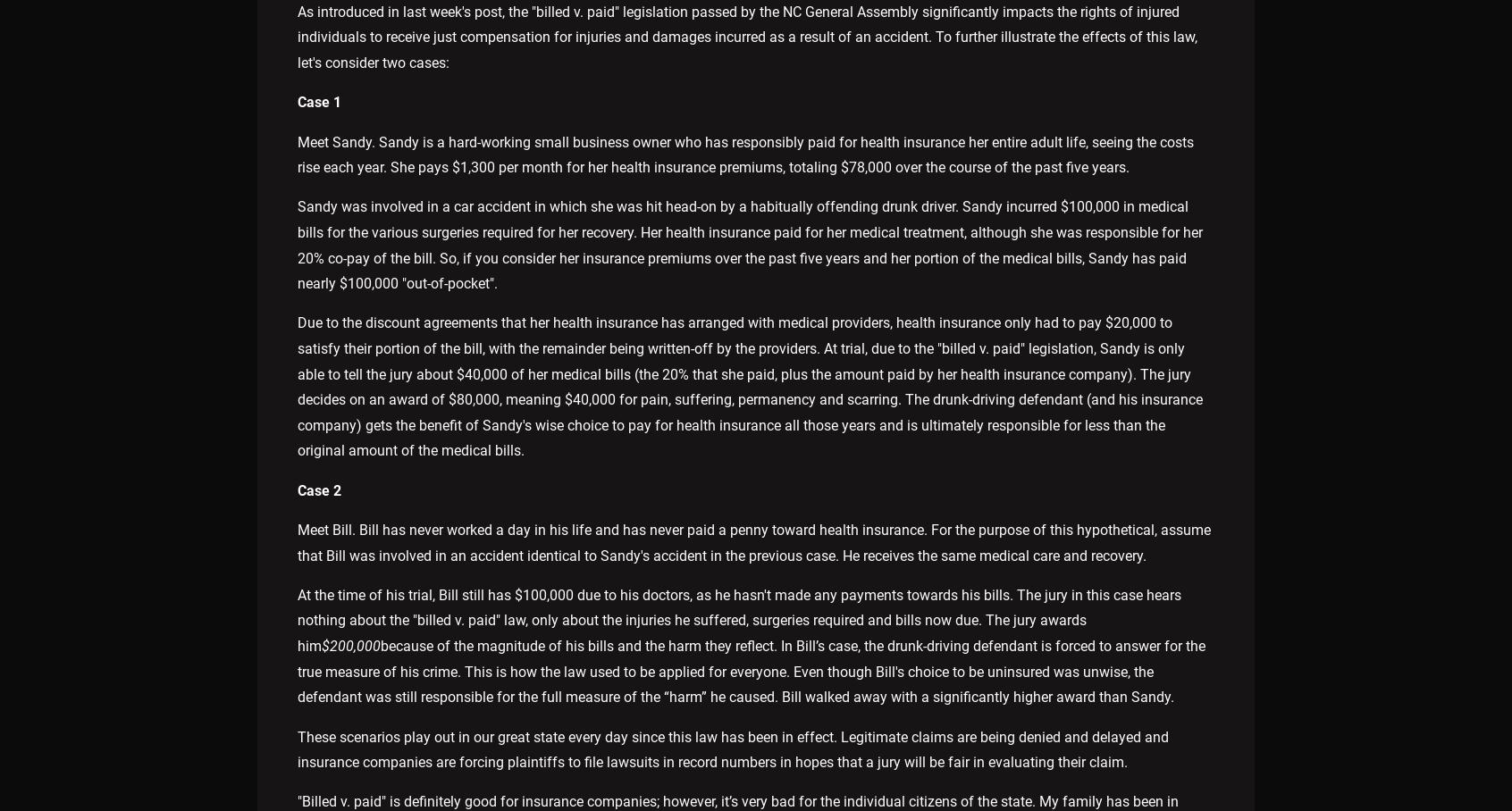  I want to click on 'View Article', so click(671, 298).